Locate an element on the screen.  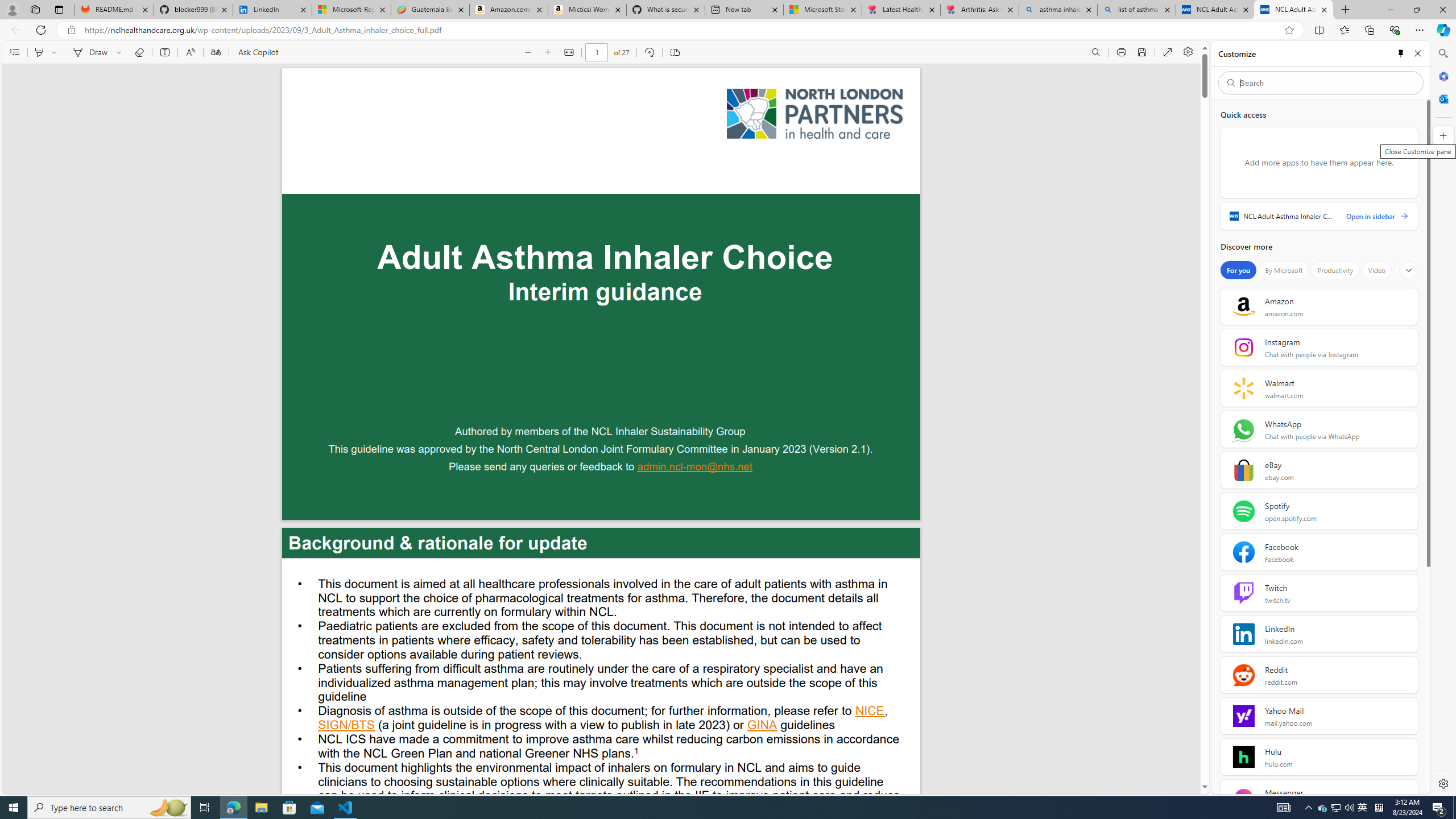
'GINA ' is located at coordinates (762, 726).